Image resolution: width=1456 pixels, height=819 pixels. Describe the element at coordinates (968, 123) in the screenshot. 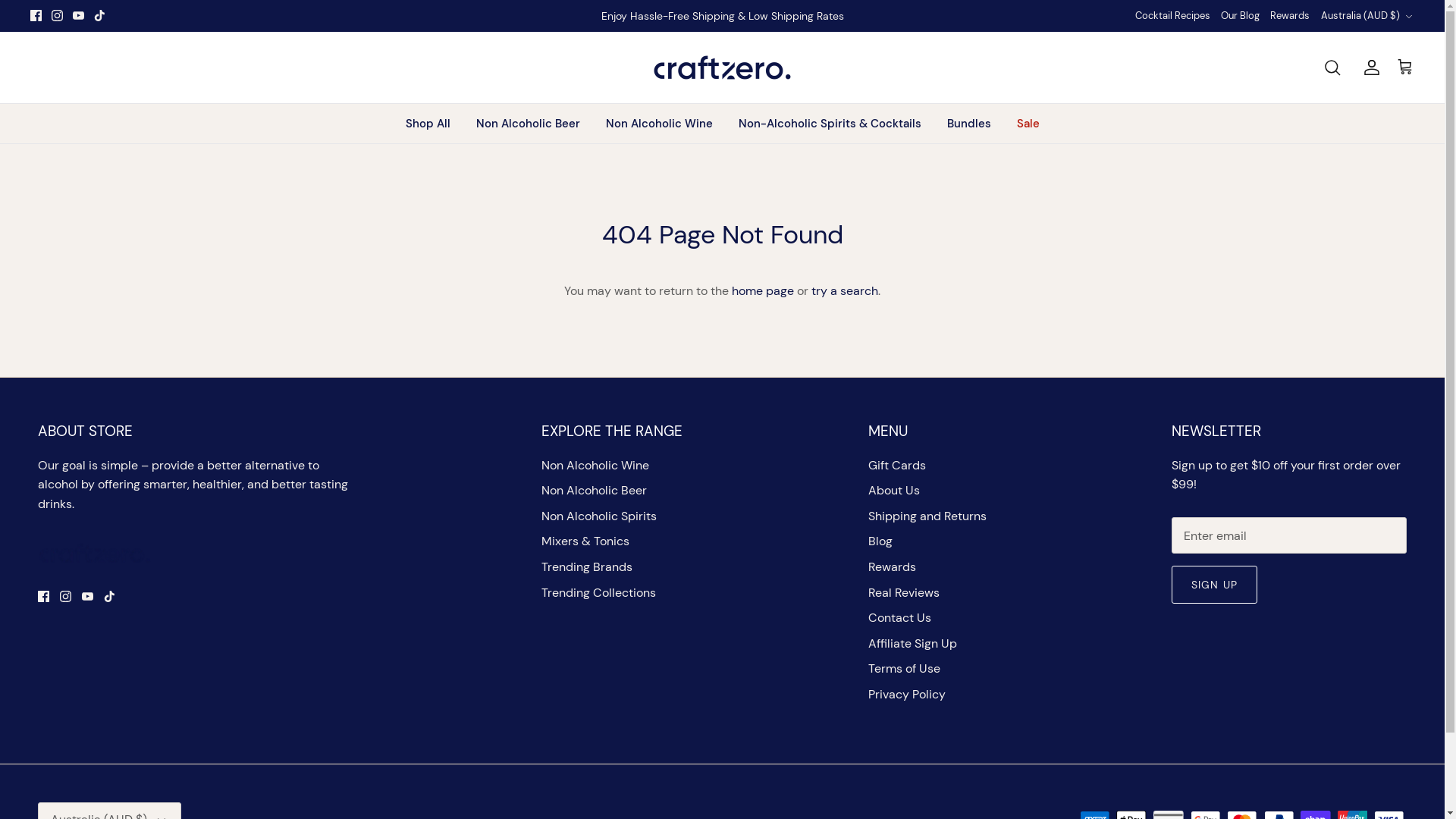

I see `'Bundles'` at that location.